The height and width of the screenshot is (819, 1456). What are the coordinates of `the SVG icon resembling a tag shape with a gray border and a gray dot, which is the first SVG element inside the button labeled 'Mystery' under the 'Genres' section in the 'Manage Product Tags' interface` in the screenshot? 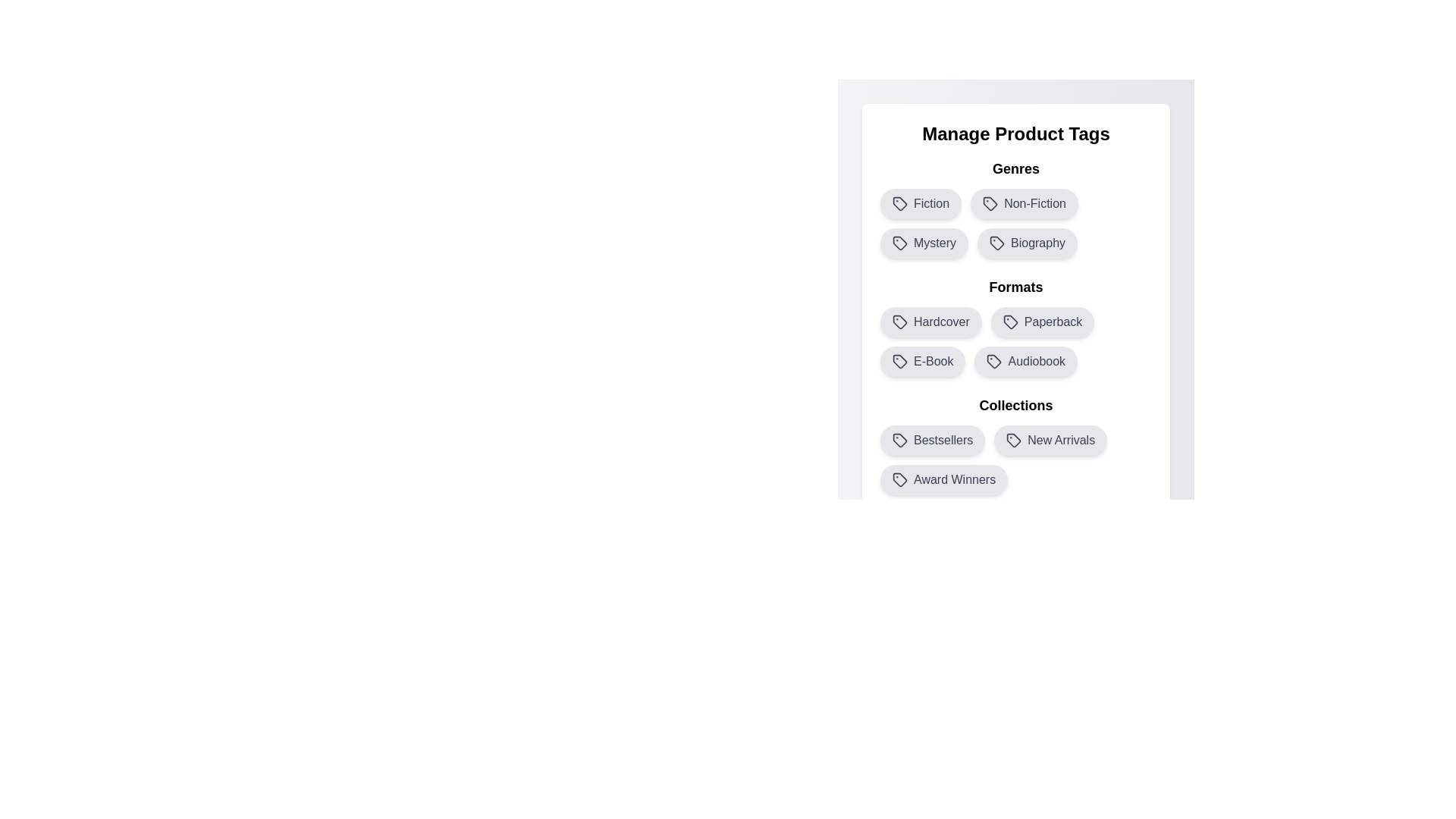 It's located at (899, 242).